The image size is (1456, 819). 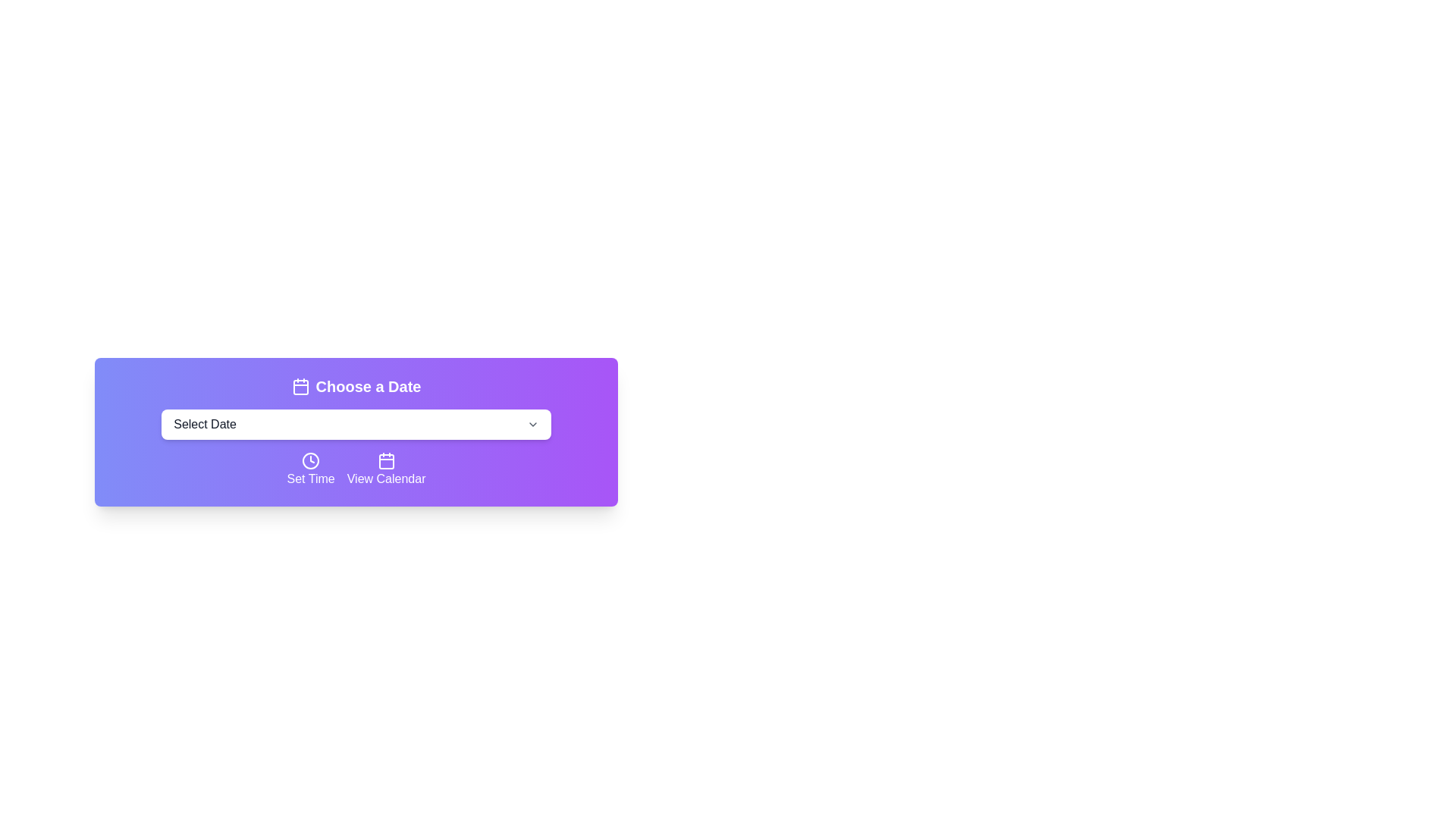 I want to click on the 'Set Time' button located leftmost among the buttons below the date picker, so click(x=310, y=460).